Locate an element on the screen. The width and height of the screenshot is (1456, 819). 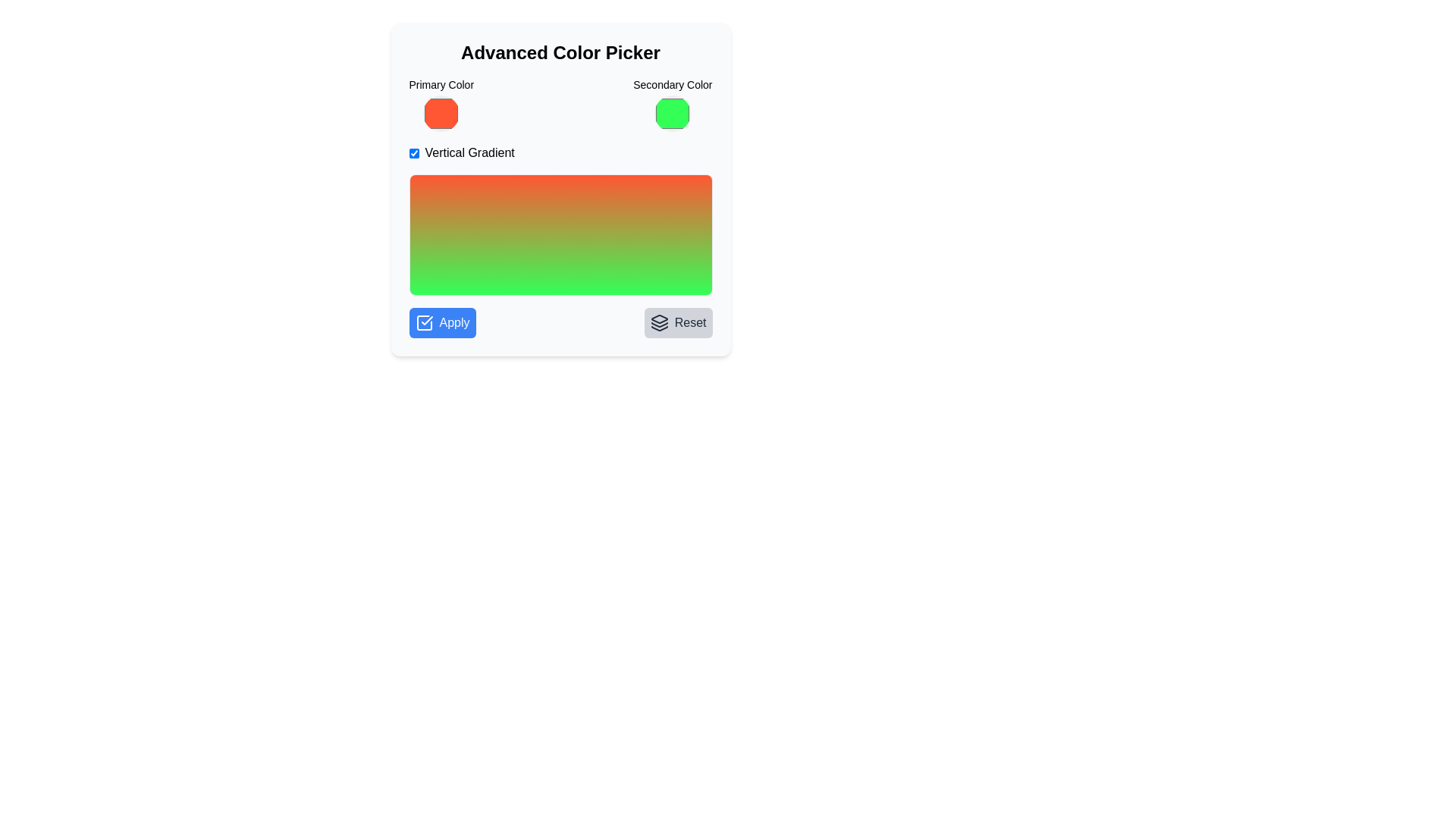
the decorative icon that visually indicates the action associated with the 'Apply' button, located to the left of its text label is located at coordinates (424, 322).